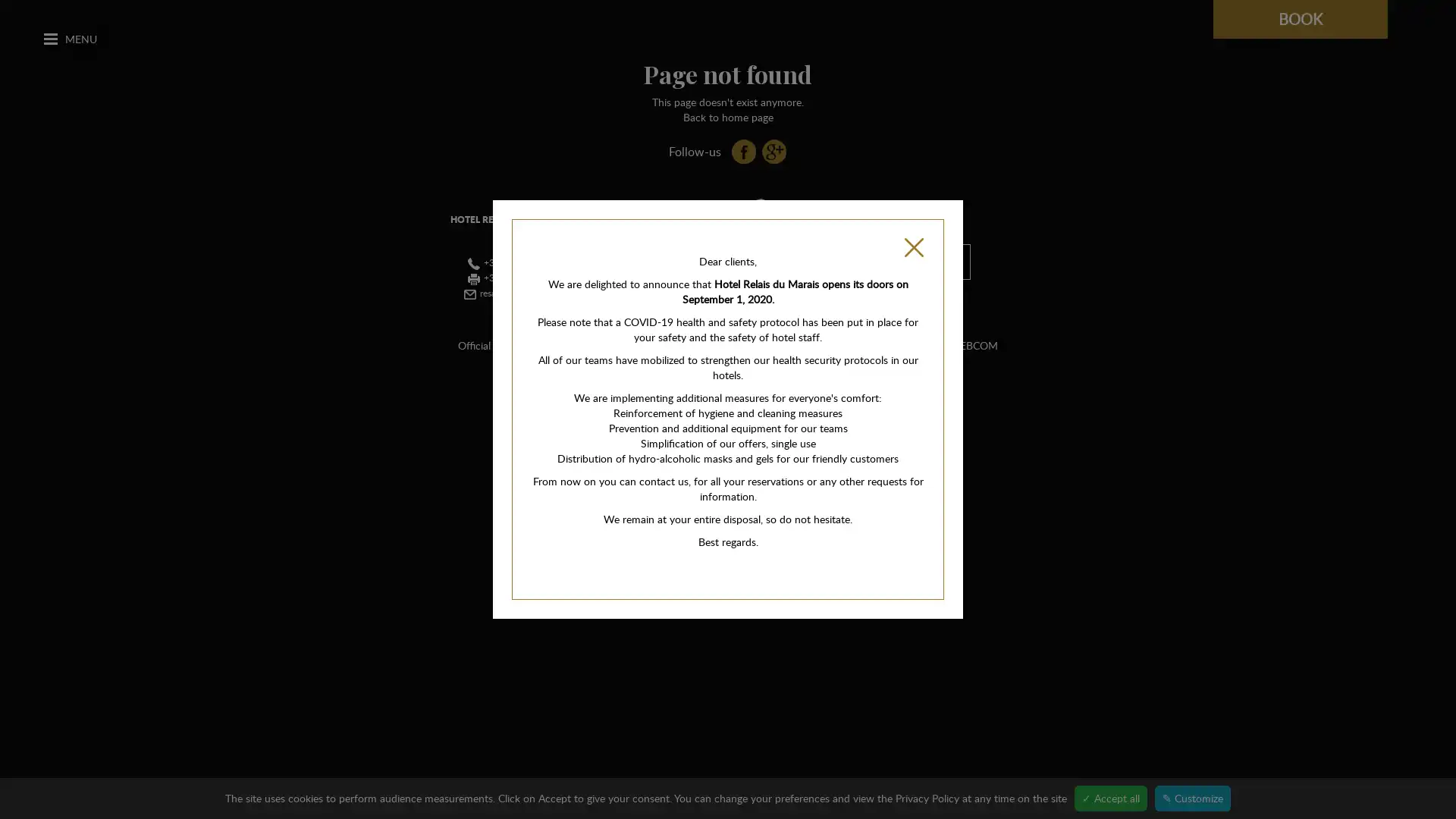 Image resolution: width=1456 pixels, height=819 pixels. What do you see at coordinates (1110, 798) in the screenshot?
I see `Accept all` at bounding box center [1110, 798].